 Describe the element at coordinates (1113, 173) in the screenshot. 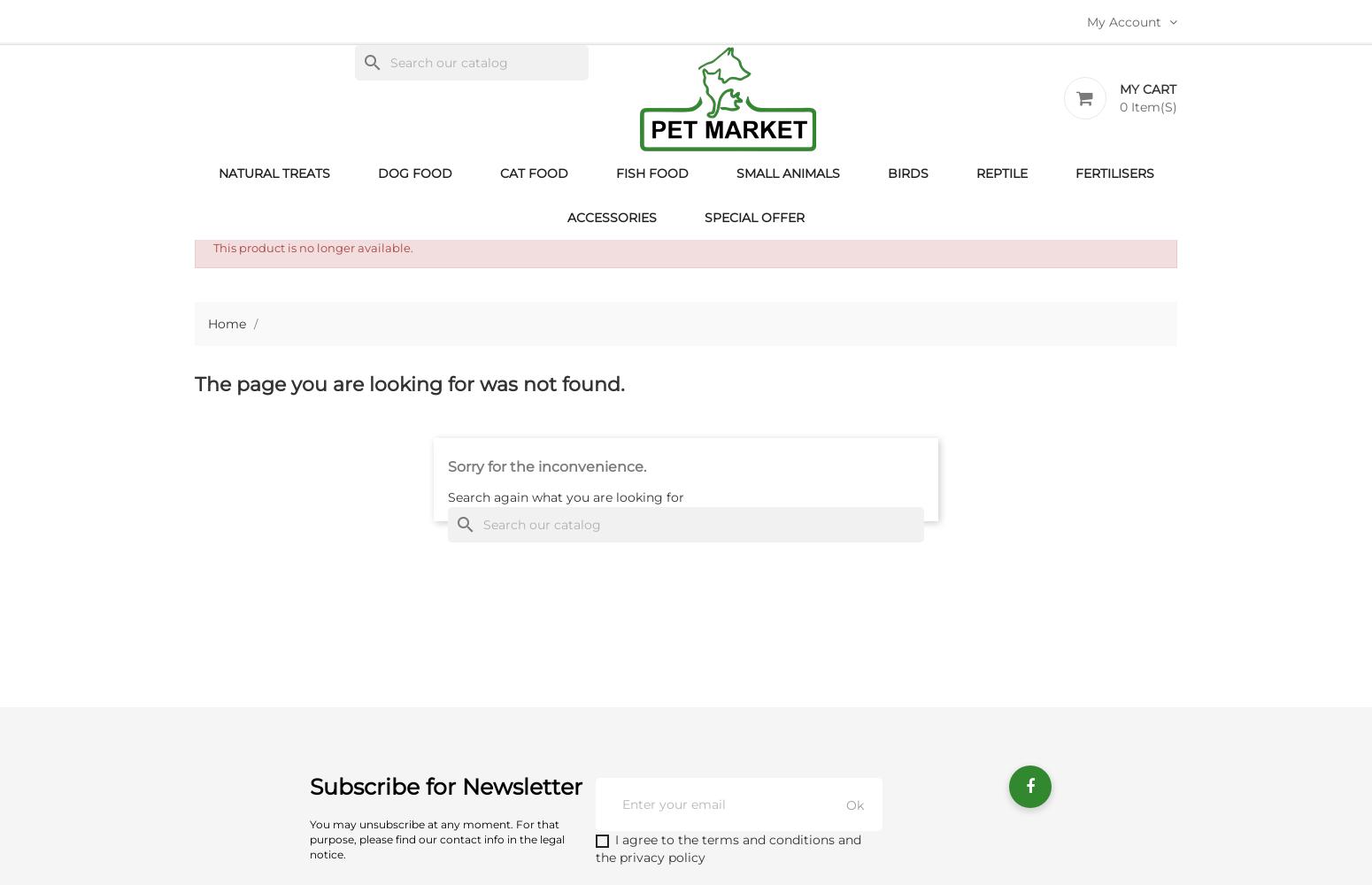

I see `'Fertilisers'` at that location.